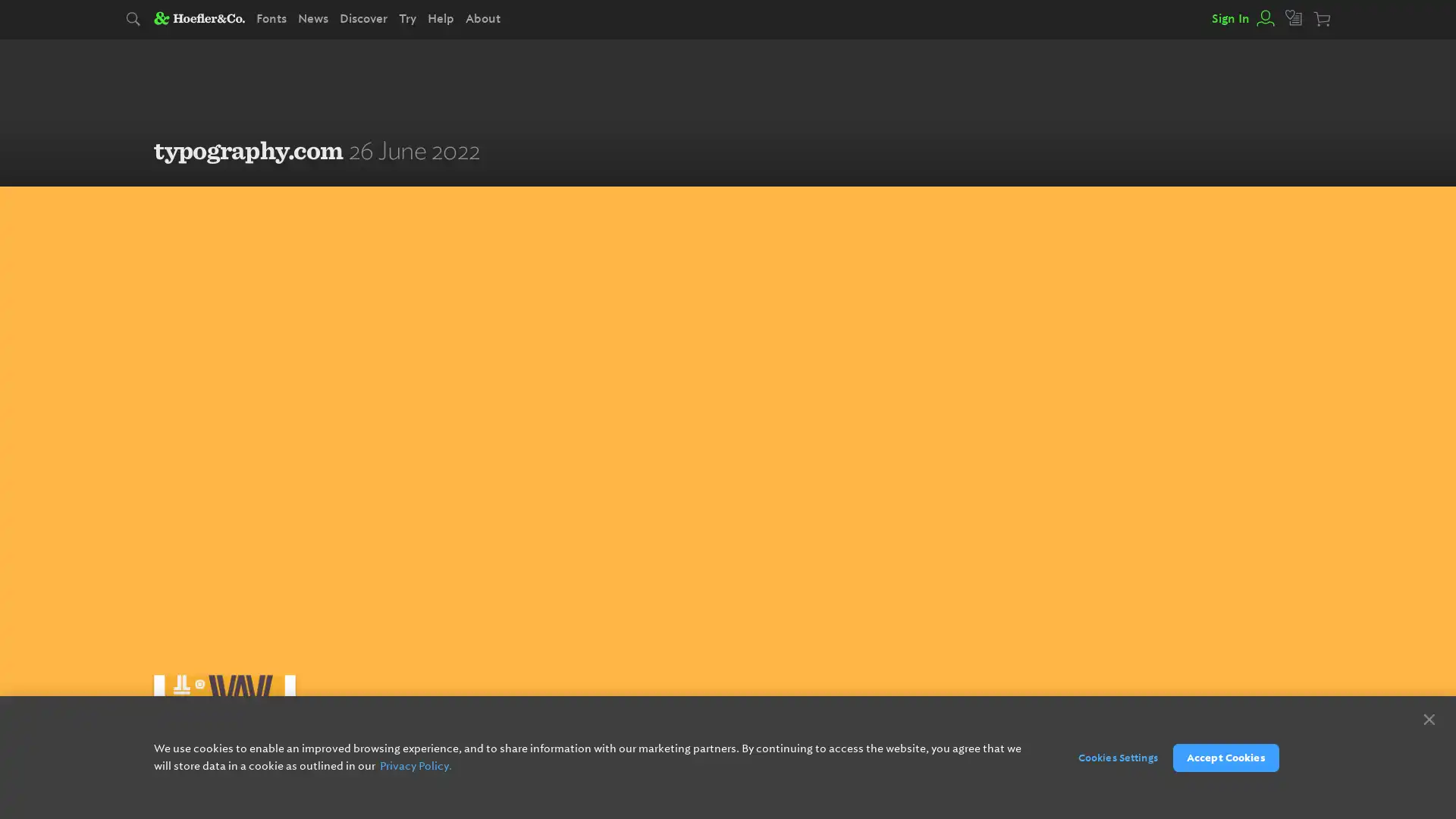 This screenshot has width=1456, height=819. I want to click on Close, so click(1428, 718).